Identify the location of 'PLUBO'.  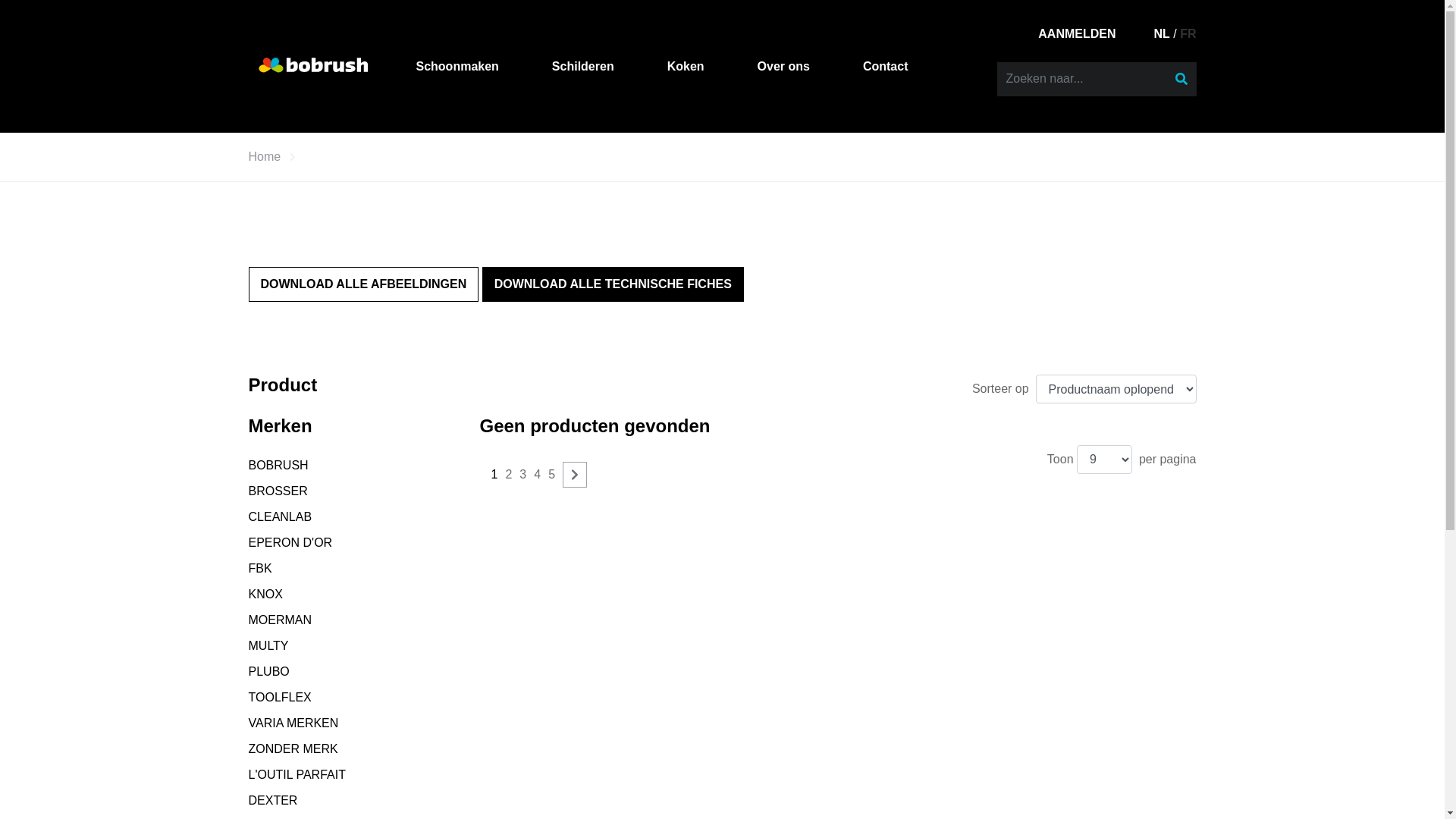
(269, 671).